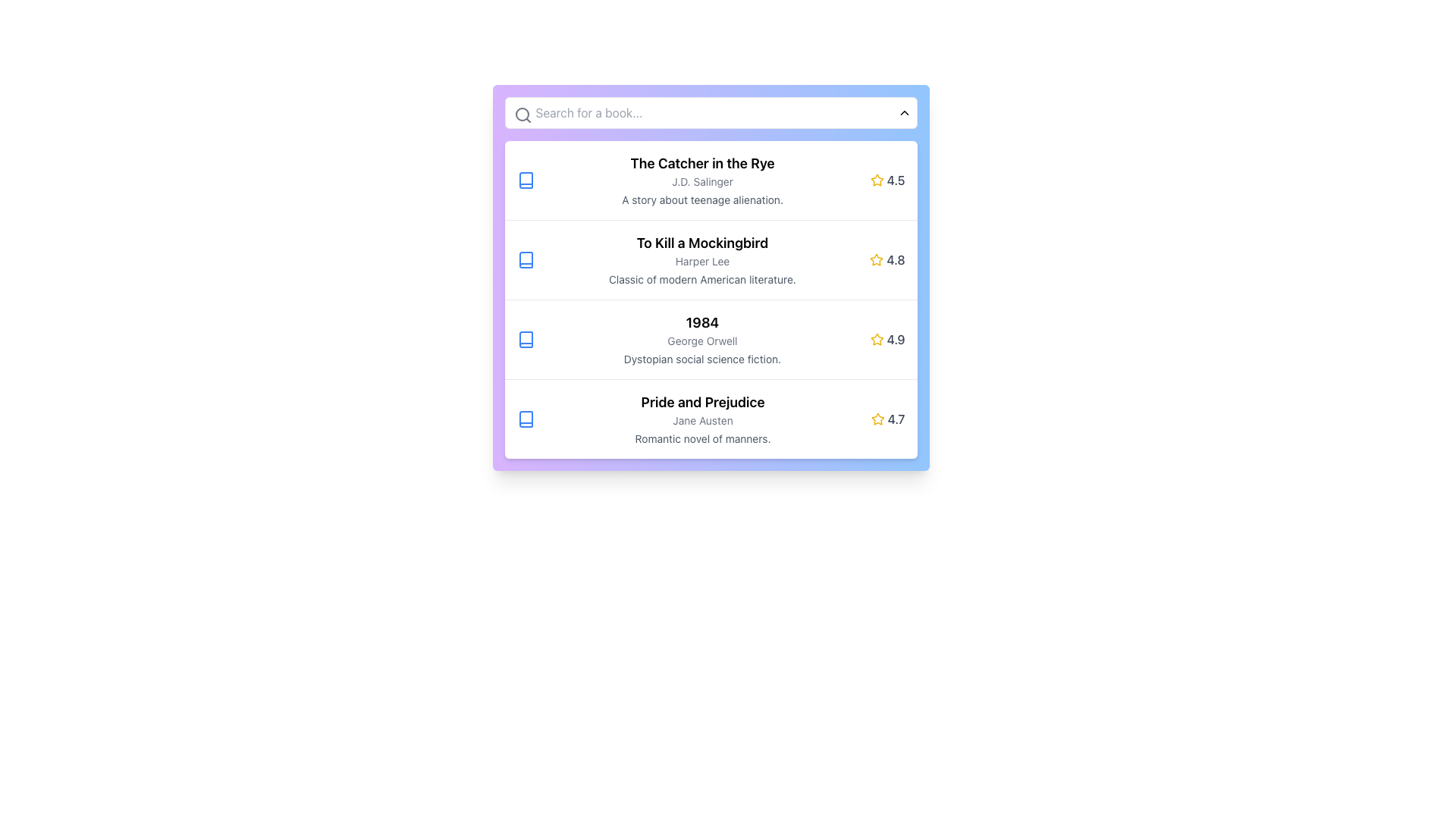 The width and height of the screenshot is (1456, 819). I want to click on the text content block displaying details of the book 'The Catcher in the Rye' located below the search bar and adjacent to a blue book icon, so click(701, 180).